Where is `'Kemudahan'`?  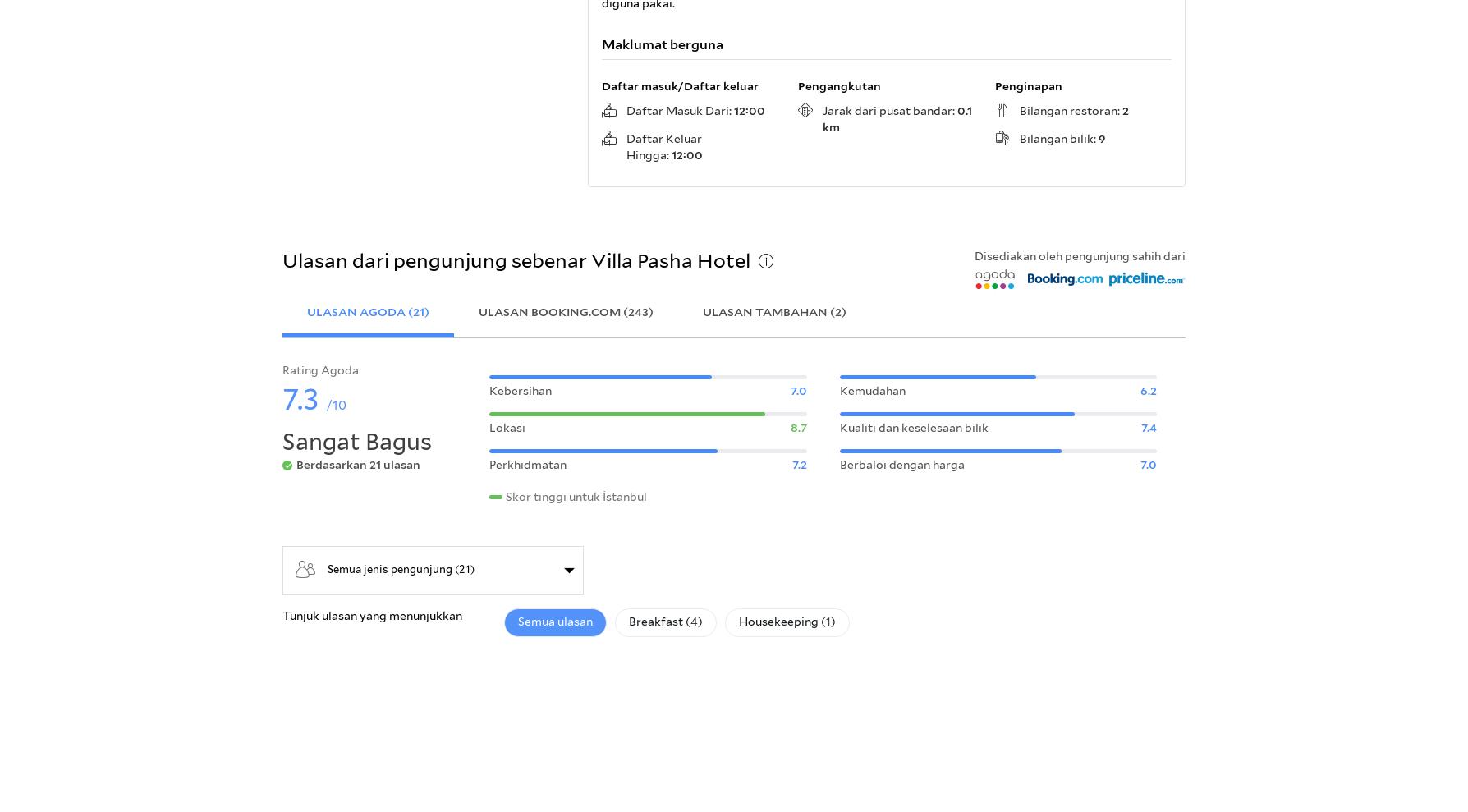
'Kemudahan' is located at coordinates (839, 389).